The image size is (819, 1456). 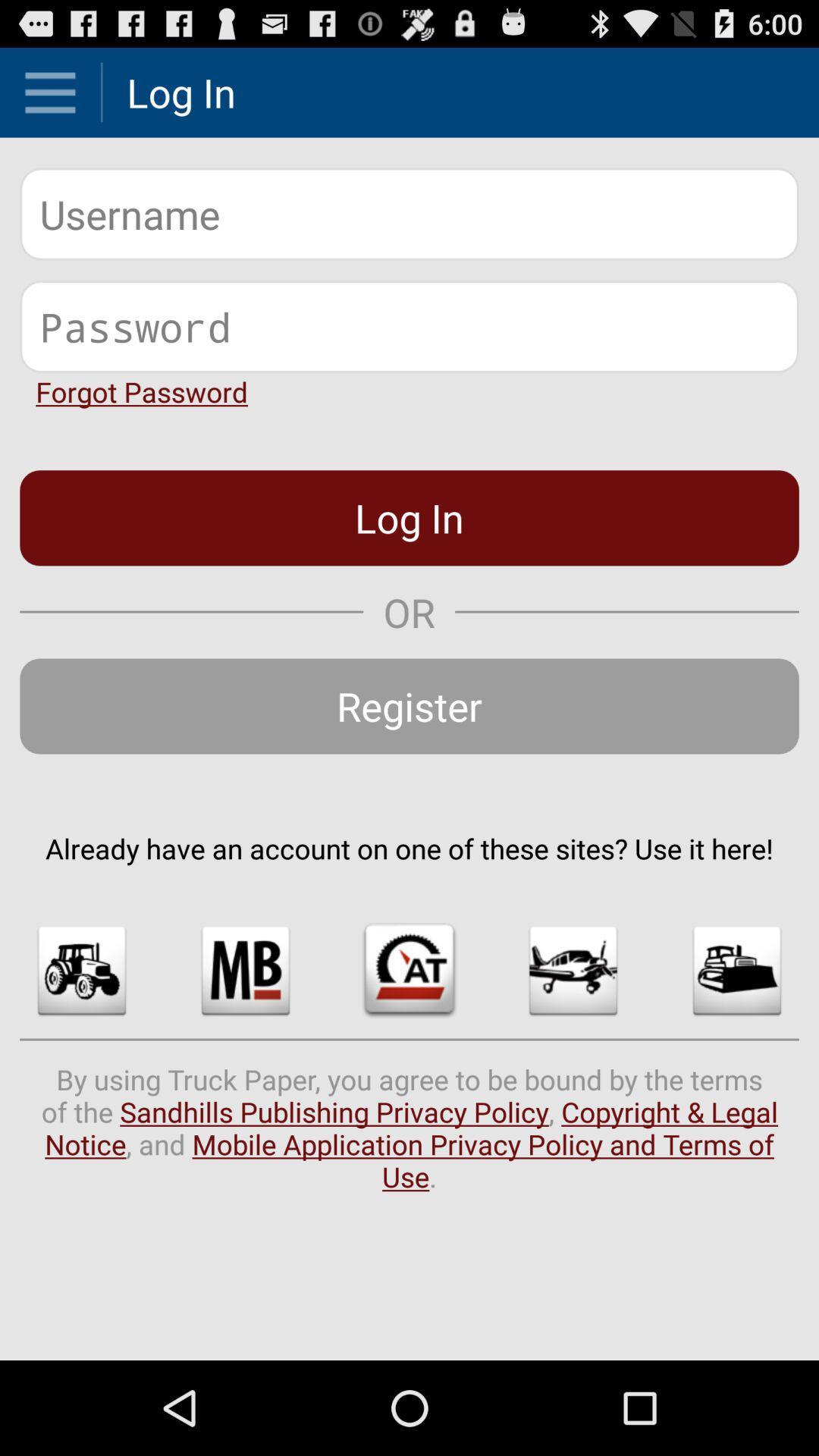 What do you see at coordinates (573, 971) in the screenshot?
I see `item below already have an` at bounding box center [573, 971].